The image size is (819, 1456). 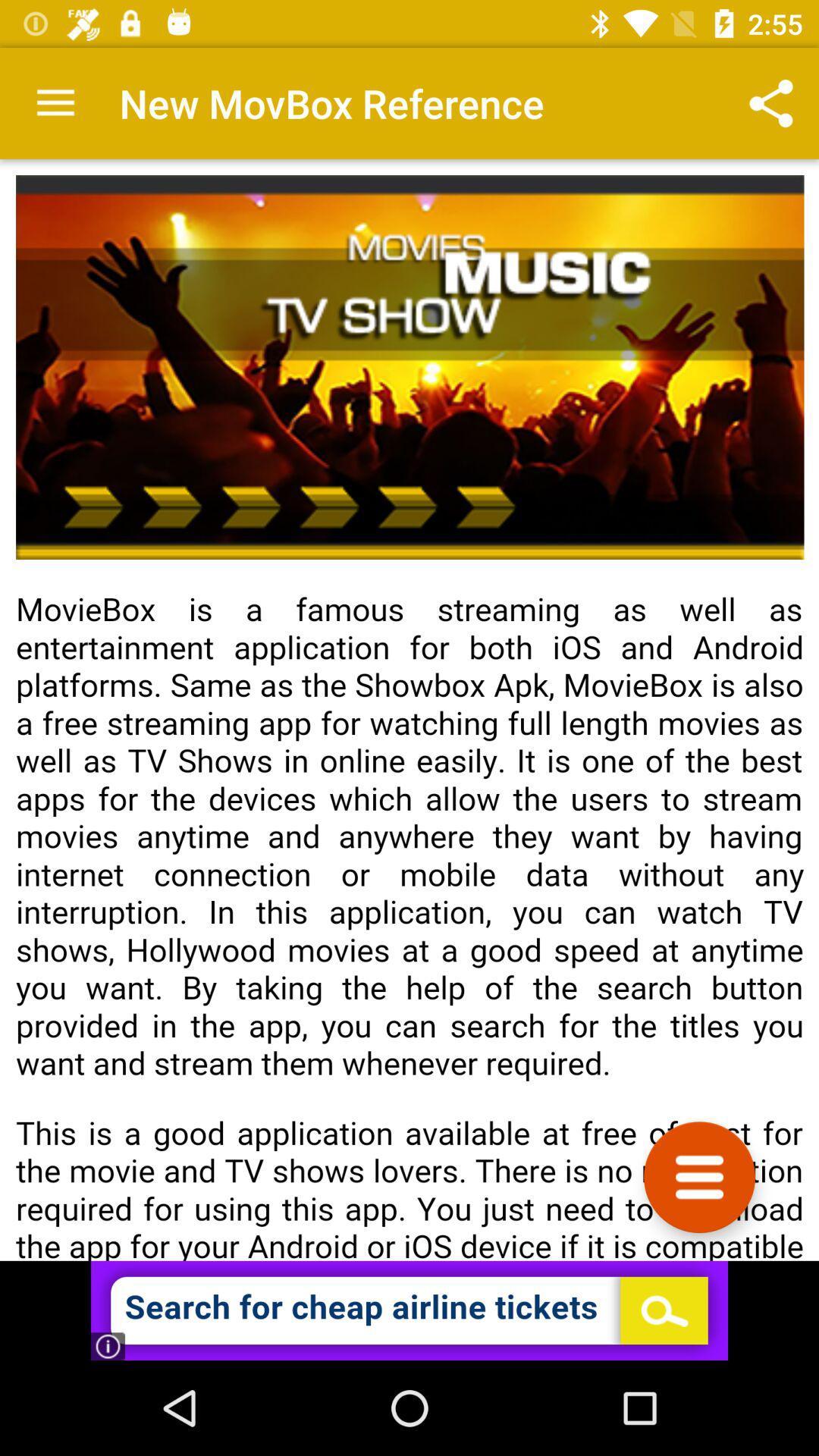 I want to click on the menu icon, so click(x=699, y=1176).